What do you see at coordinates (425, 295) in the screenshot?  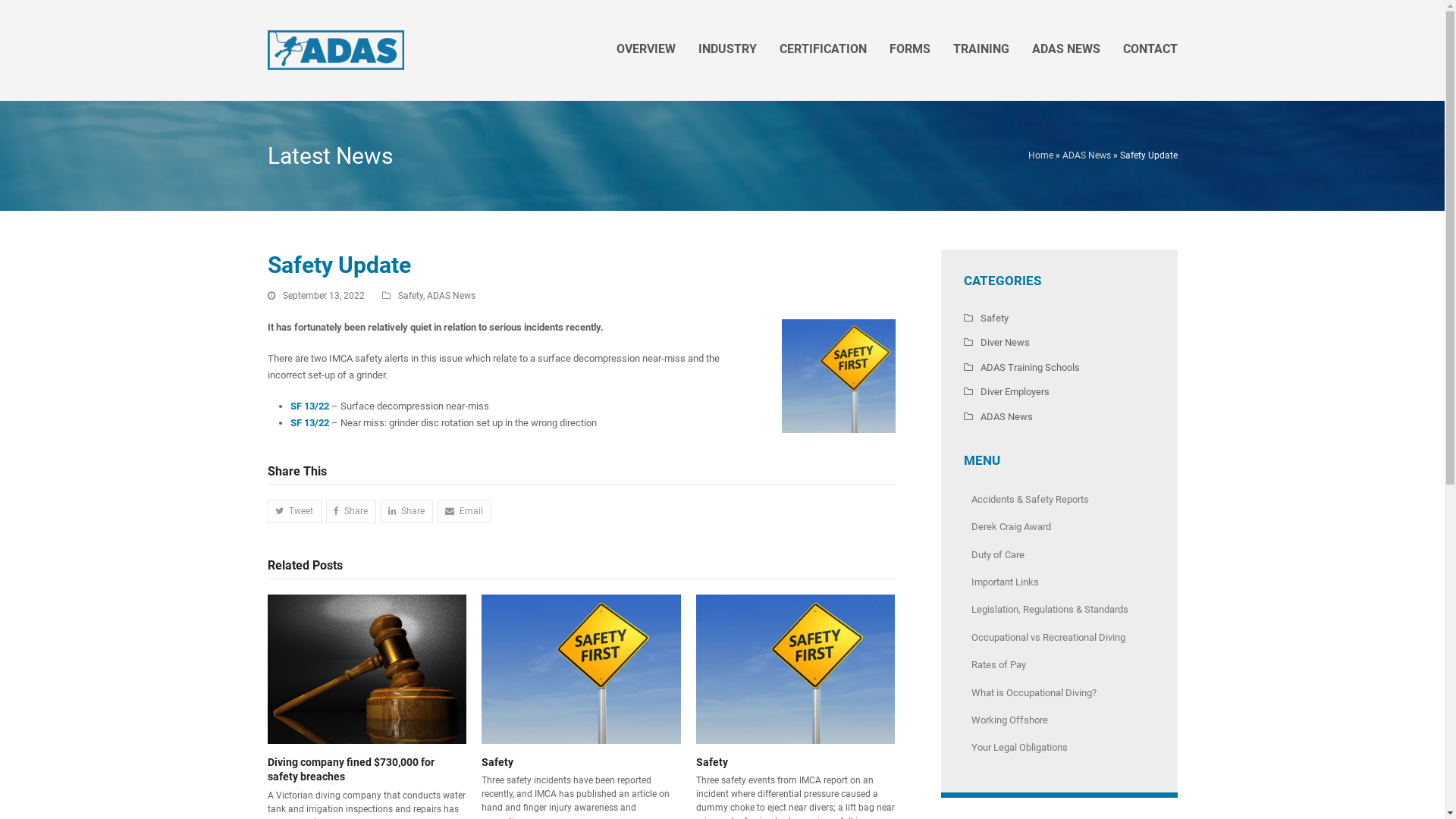 I see `'ADAS News'` at bounding box center [425, 295].